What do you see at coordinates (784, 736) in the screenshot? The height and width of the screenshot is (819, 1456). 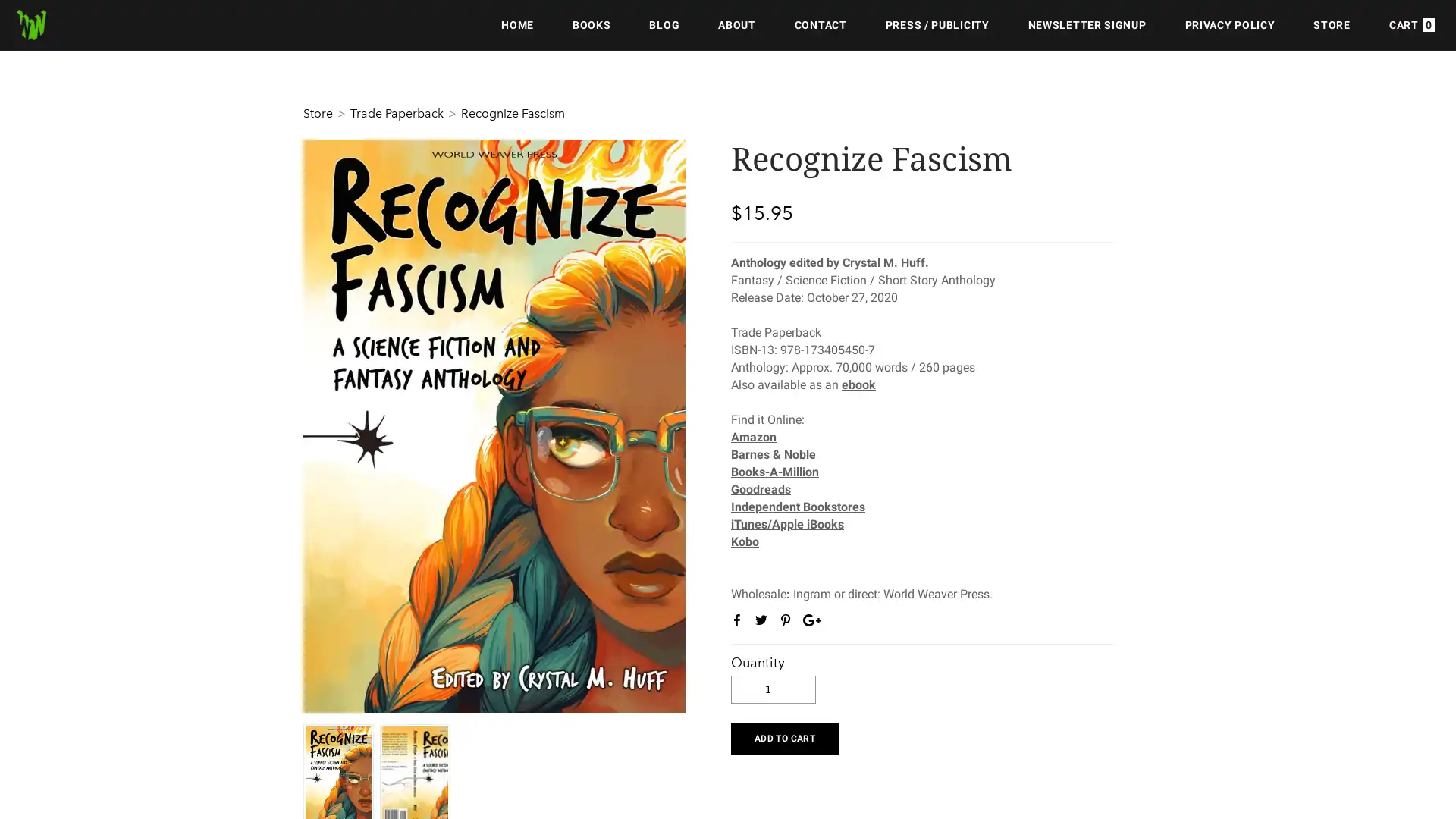 I see `ADD TO CART` at bounding box center [784, 736].